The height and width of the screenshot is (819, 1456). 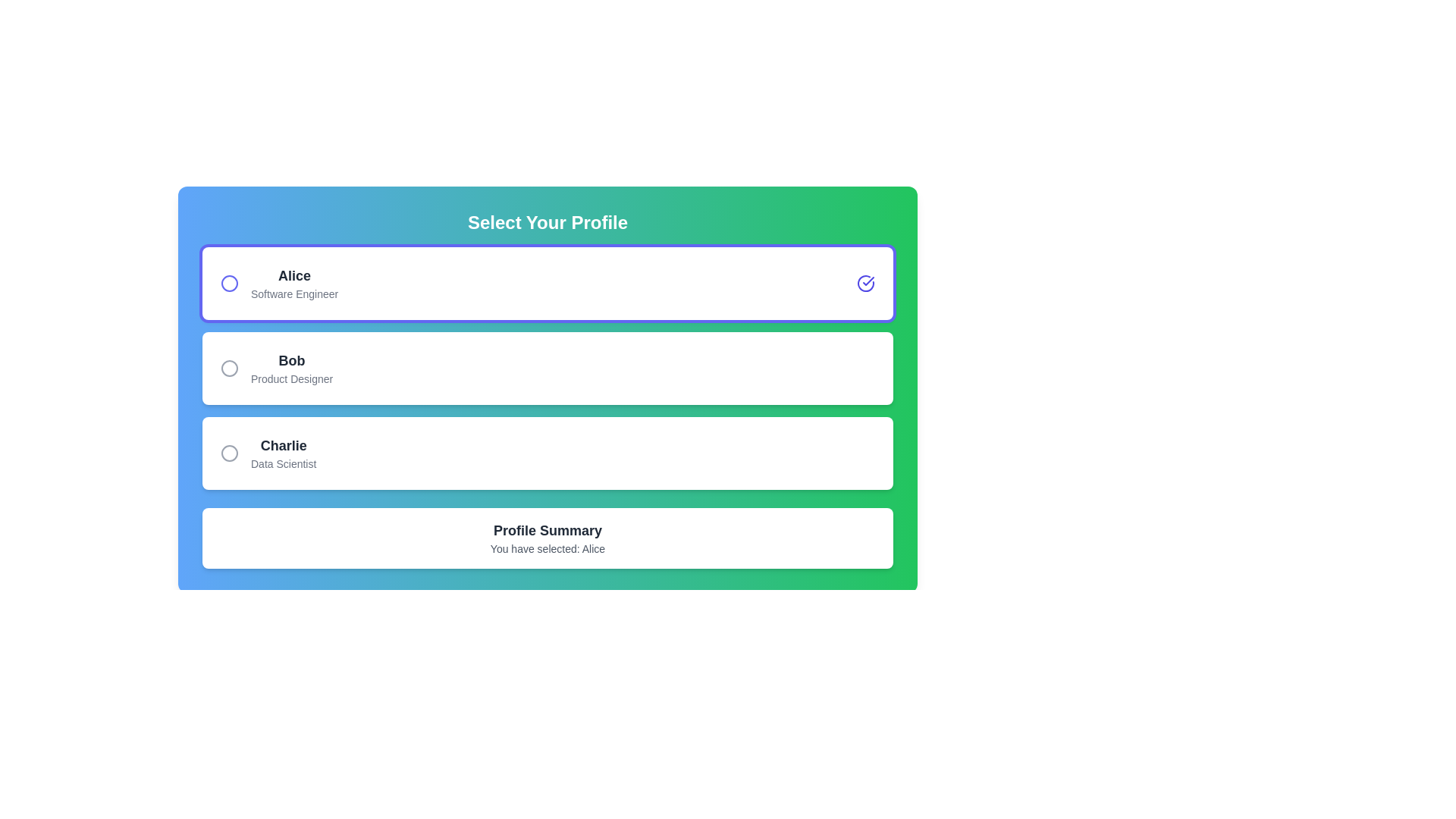 I want to click on displayed text of the profile option containing the name 'Alice' in bold and the job title 'Software Engineer' below it, located in the first option of the profile options group, so click(x=279, y=284).